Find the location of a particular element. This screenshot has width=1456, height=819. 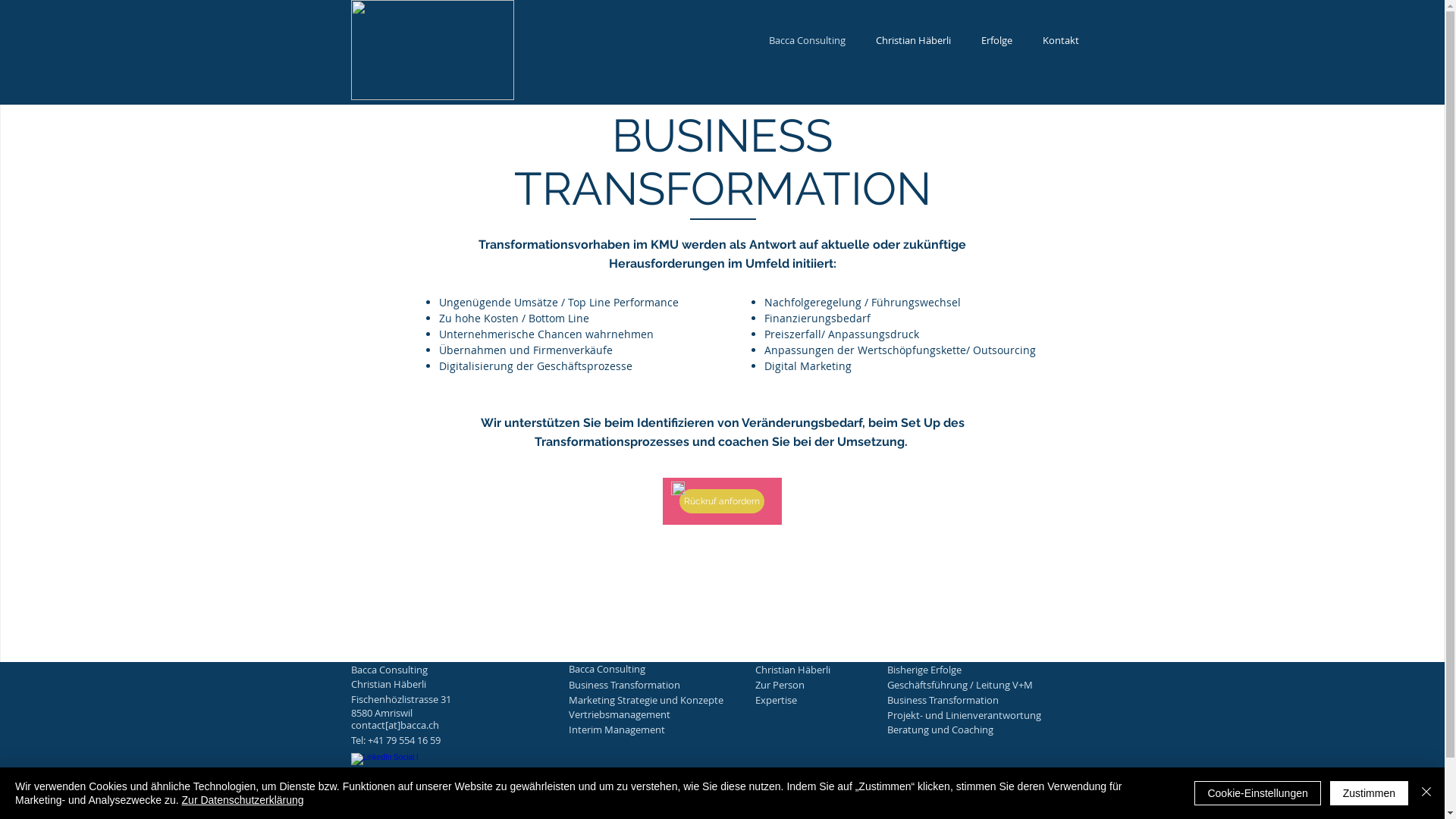

'Kontakt' is located at coordinates (1059, 39).